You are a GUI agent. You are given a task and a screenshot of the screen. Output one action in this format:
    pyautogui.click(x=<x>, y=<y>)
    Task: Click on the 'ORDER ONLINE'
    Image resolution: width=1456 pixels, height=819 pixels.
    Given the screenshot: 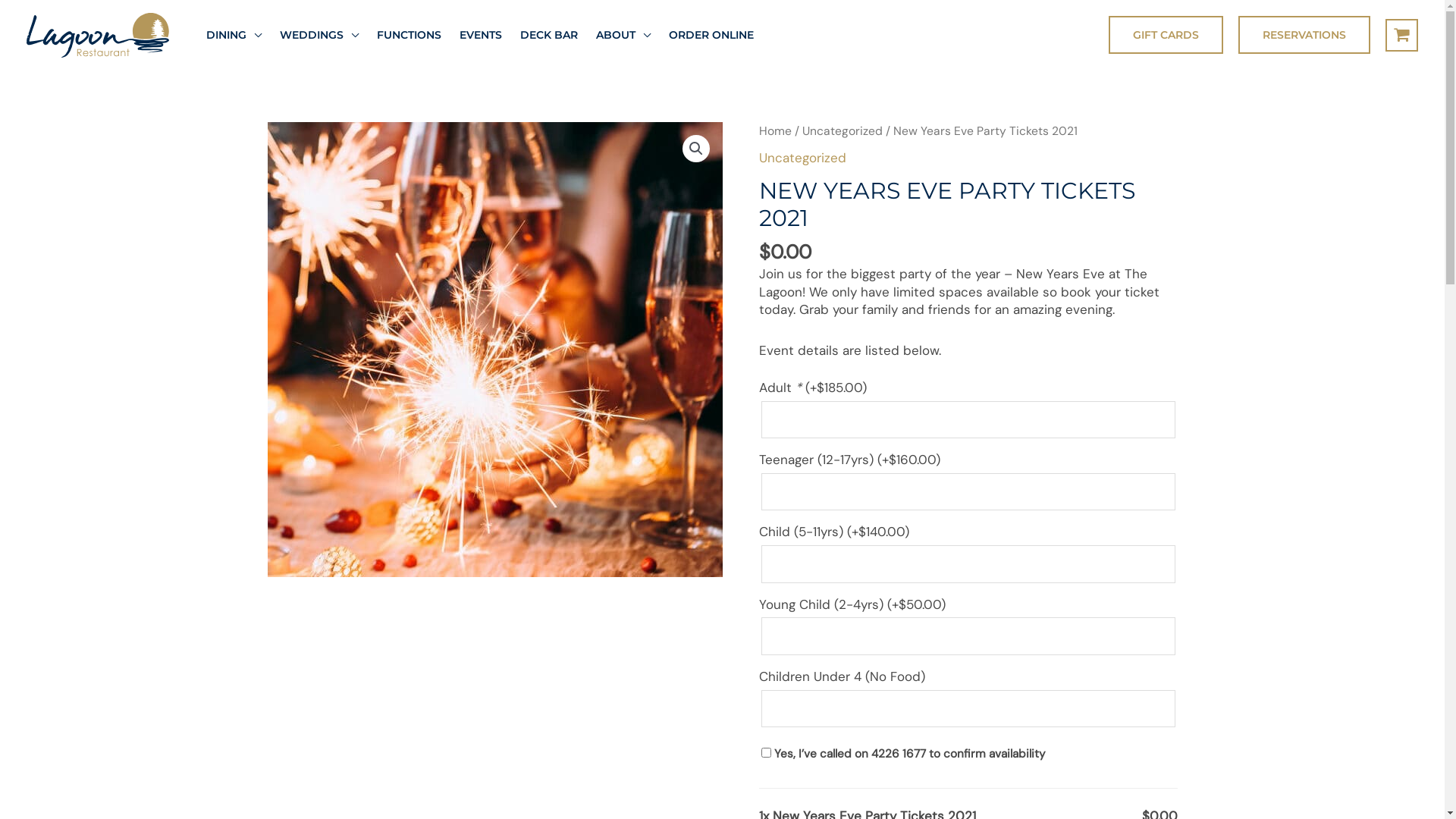 What is the action you would take?
    pyautogui.click(x=710, y=34)
    